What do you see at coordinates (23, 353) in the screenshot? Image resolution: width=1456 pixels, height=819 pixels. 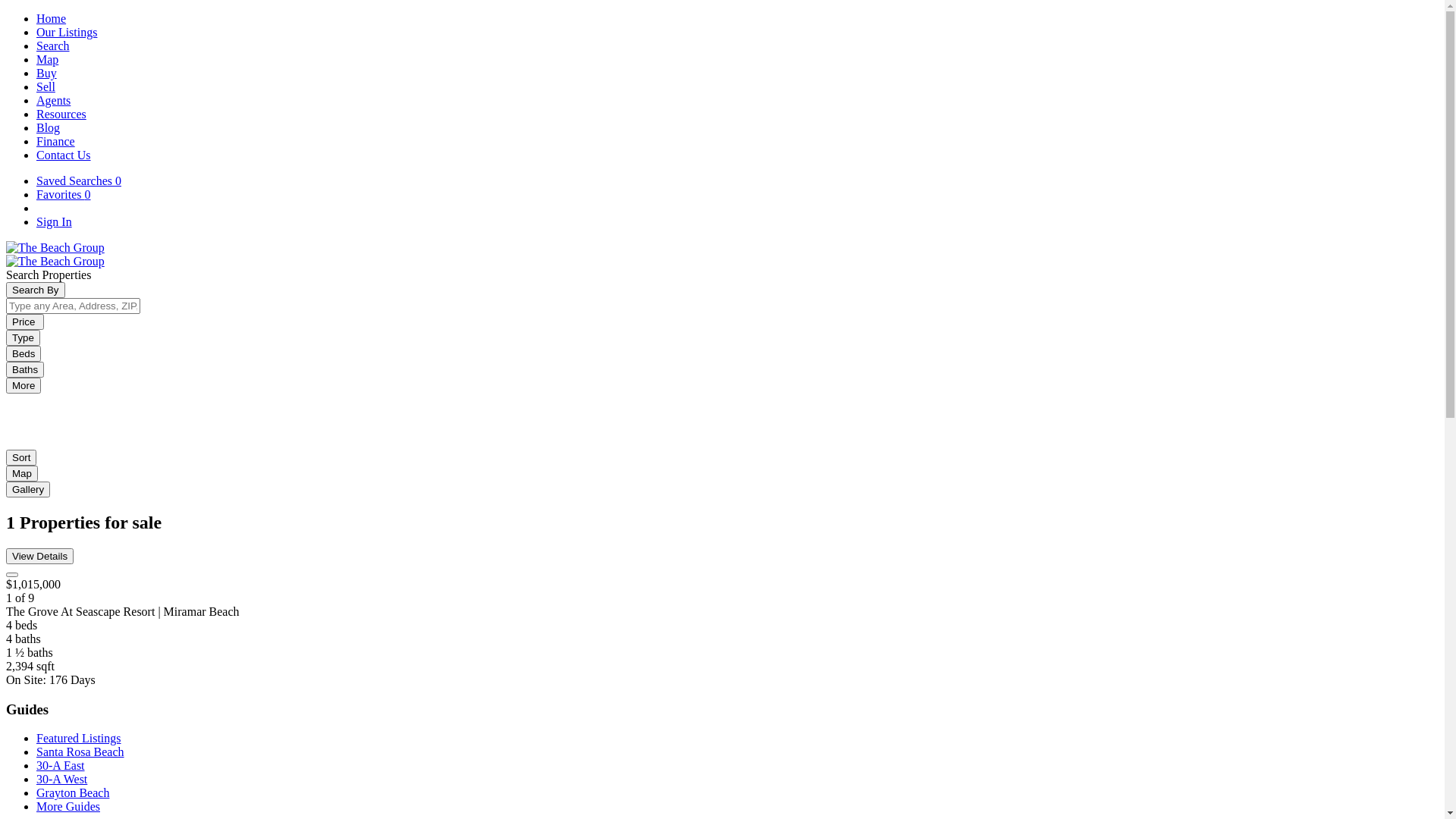 I see `'Beds'` at bounding box center [23, 353].